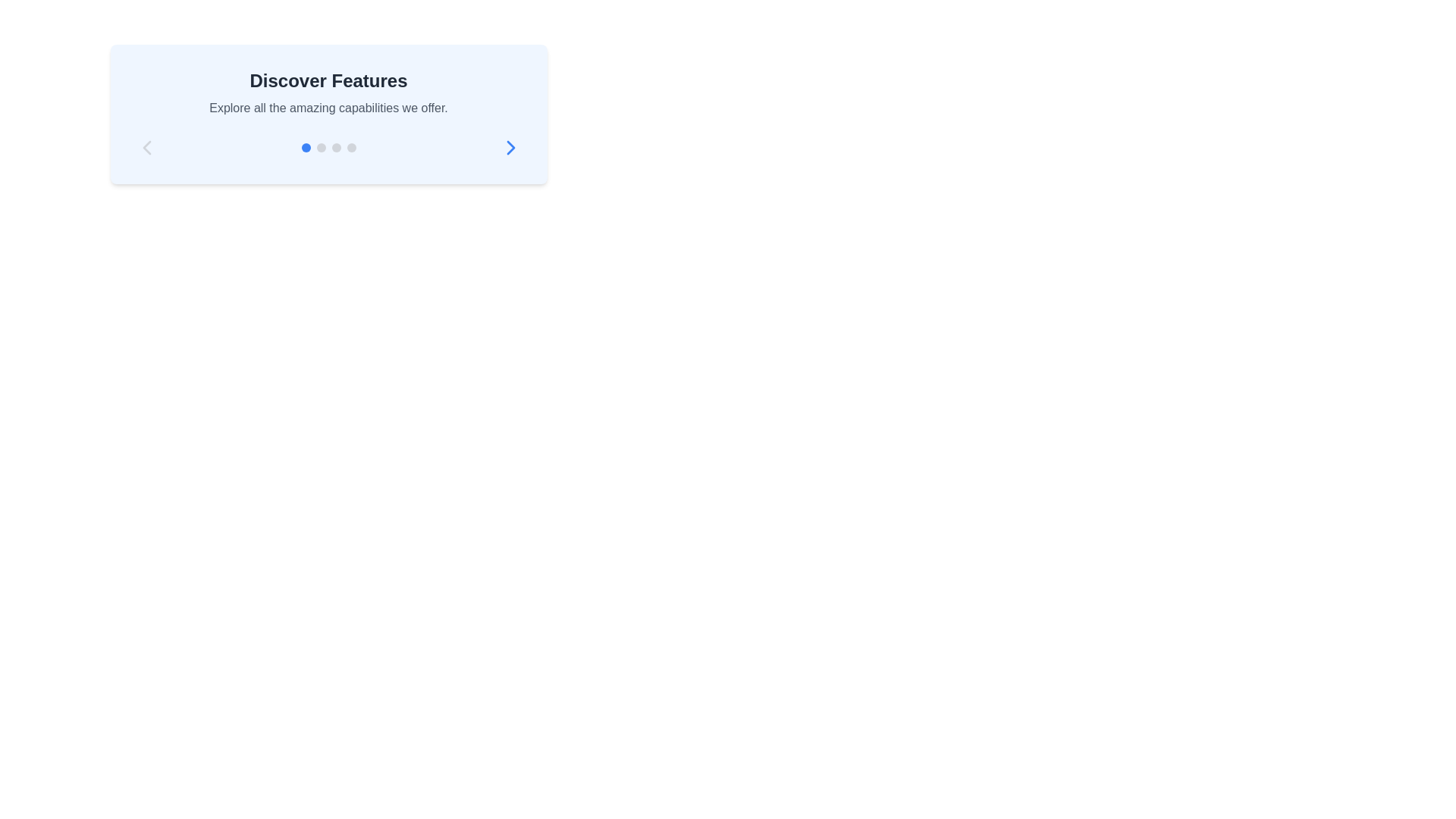  Describe the element at coordinates (328, 81) in the screenshot. I see `the bold, large text element that says 'Discover Features', which is centrally positioned above the text 'Explore all the amazing capabilities we offer'` at that location.